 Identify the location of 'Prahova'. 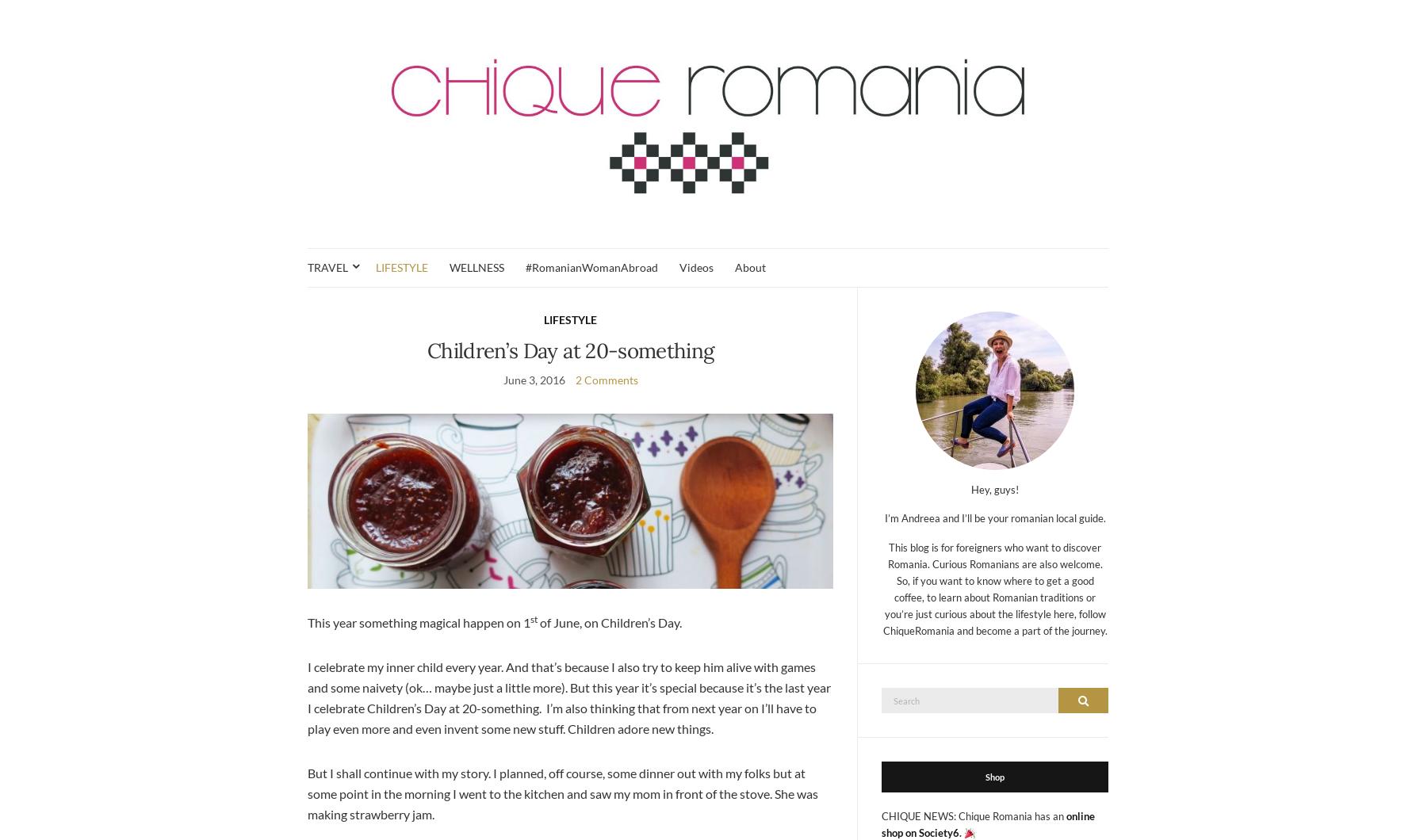
(335, 491).